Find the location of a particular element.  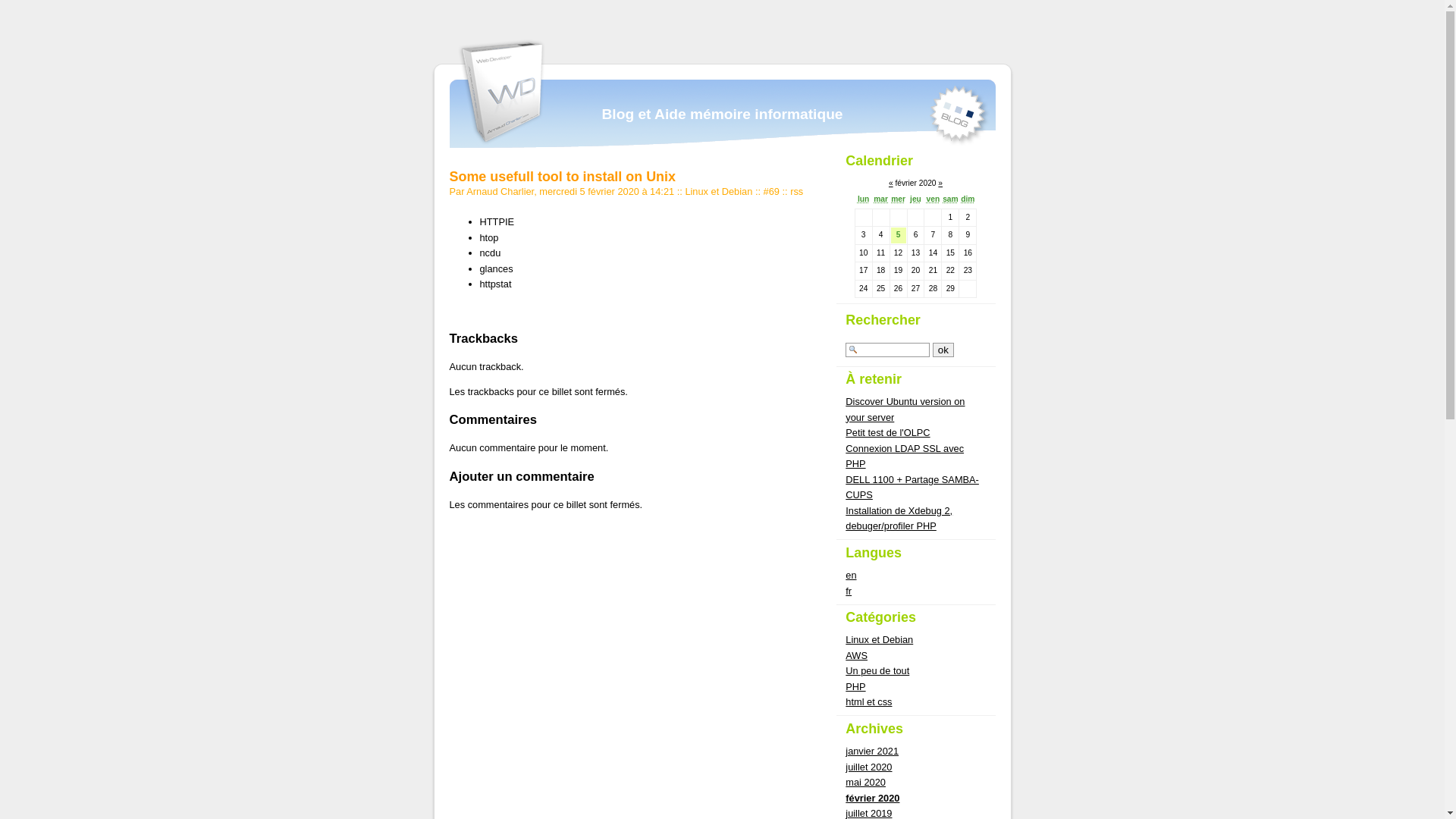

'rss' is located at coordinates (795, 190).